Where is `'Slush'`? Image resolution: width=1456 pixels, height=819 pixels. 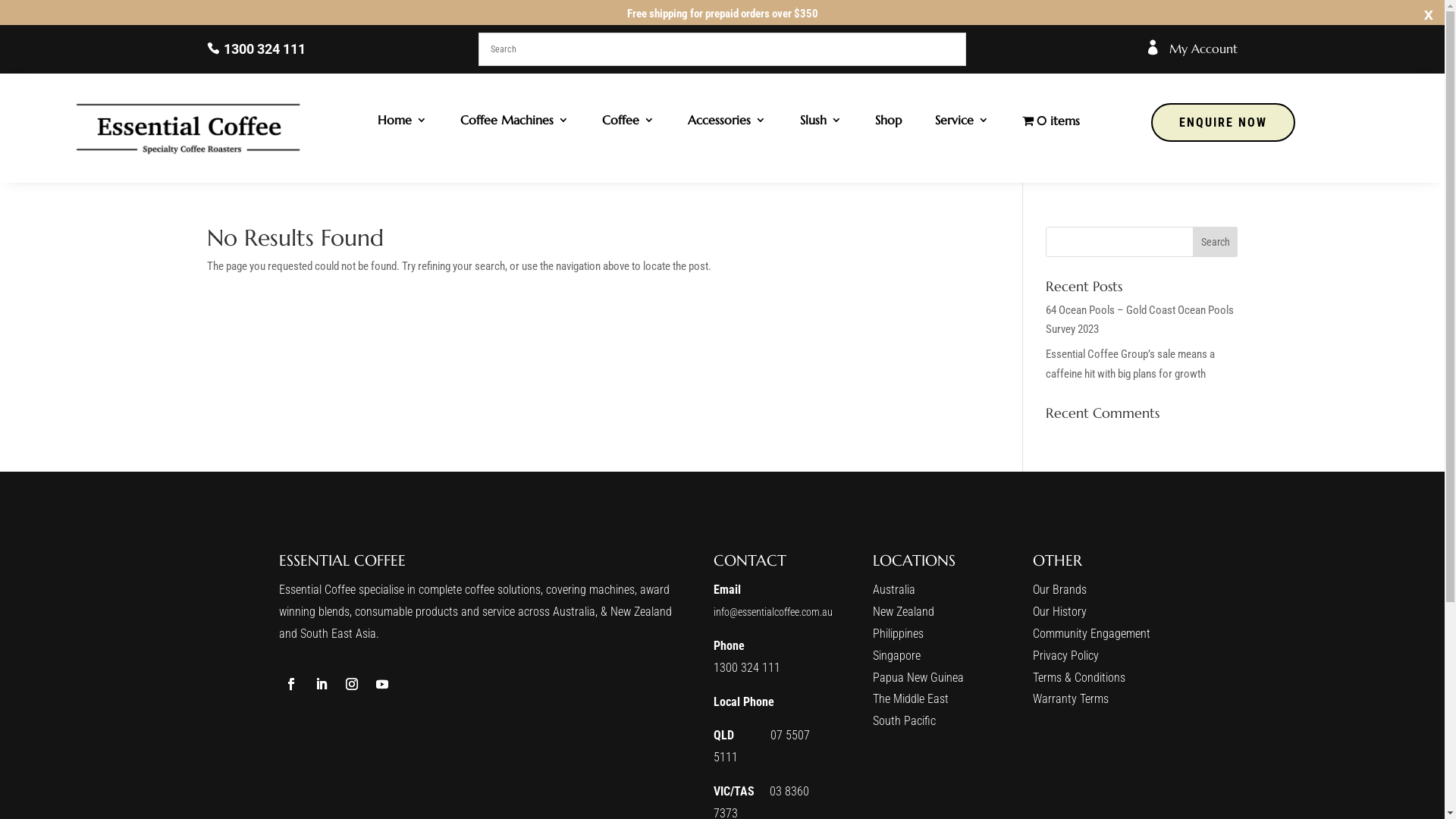 'Slush' is located at coordinates (820, 122).